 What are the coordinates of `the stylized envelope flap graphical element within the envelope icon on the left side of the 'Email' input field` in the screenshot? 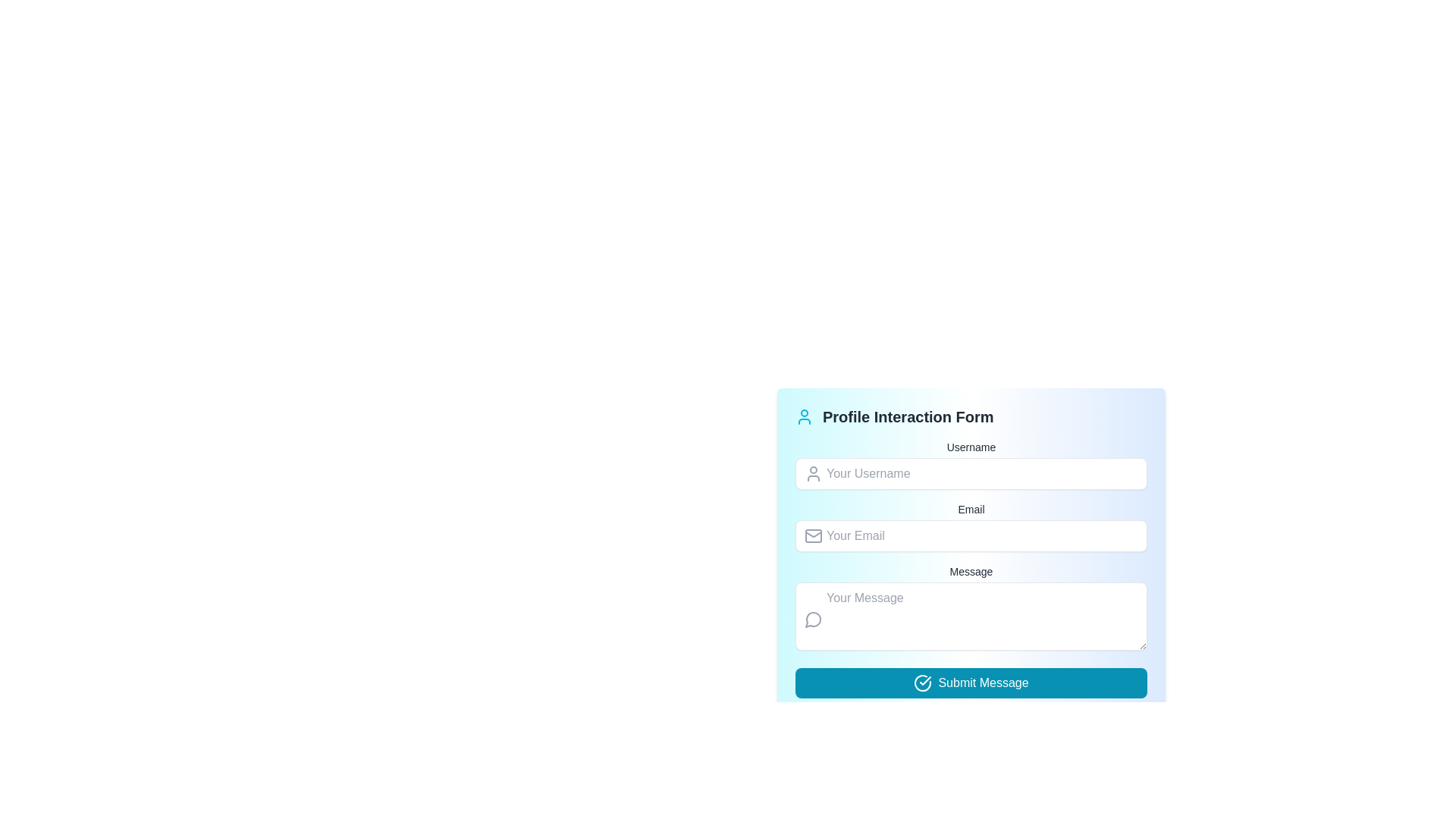 It's located at (813, 533).